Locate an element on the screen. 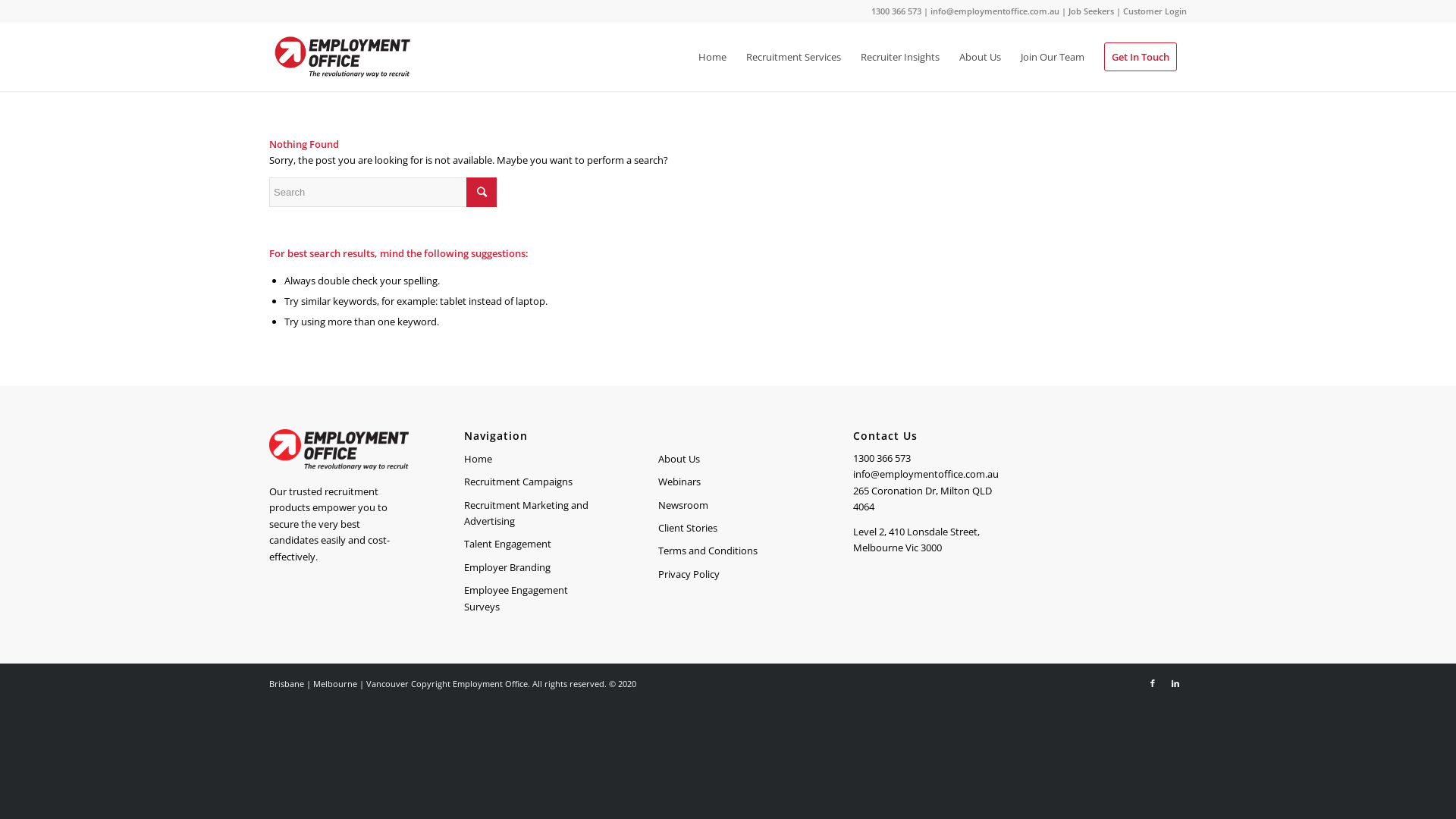 Image resolution: width=1456 pixels, height=819 pixels. 'Job Seekers' is located at coordinates (1090, 11).